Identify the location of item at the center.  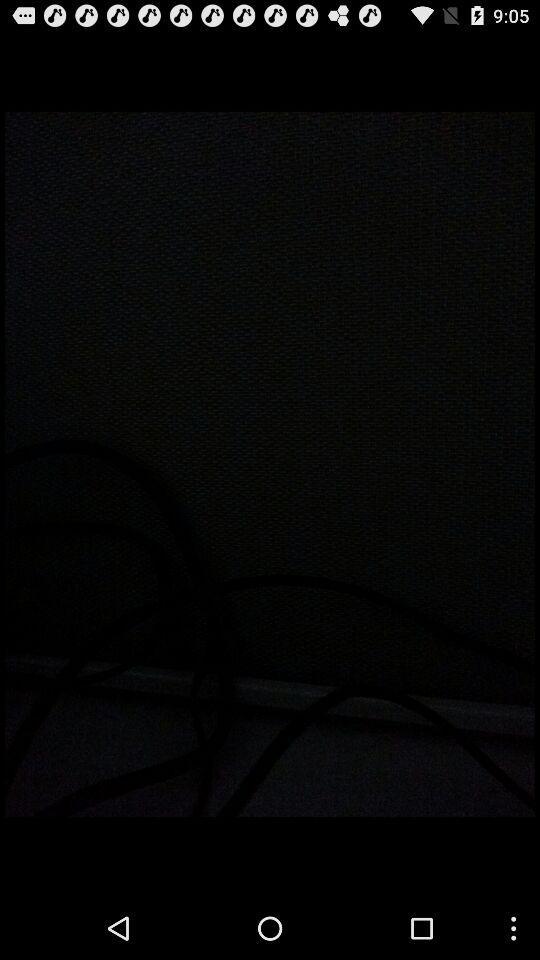
(270, 464).